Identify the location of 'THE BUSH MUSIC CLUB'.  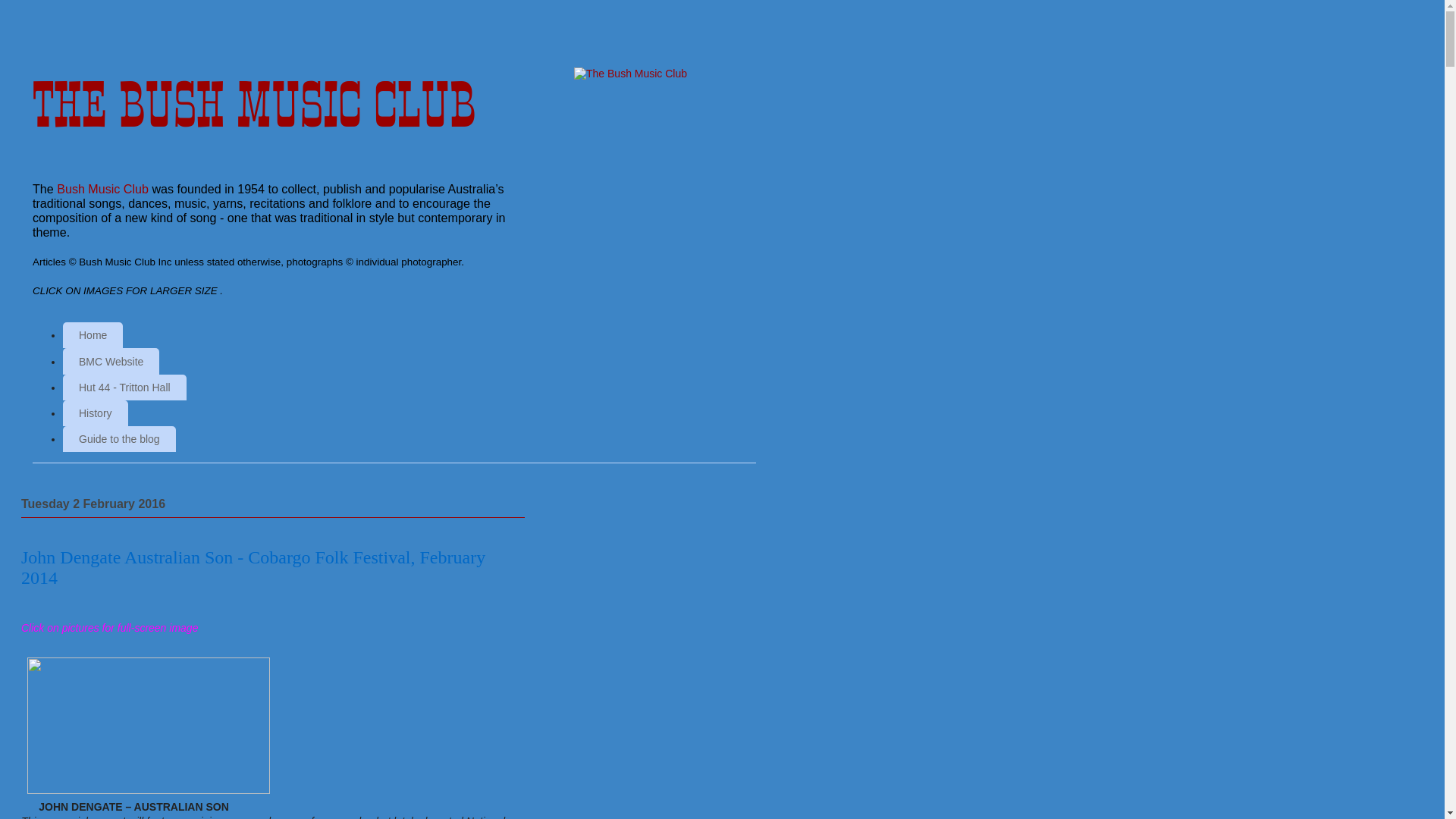
(254, 104).